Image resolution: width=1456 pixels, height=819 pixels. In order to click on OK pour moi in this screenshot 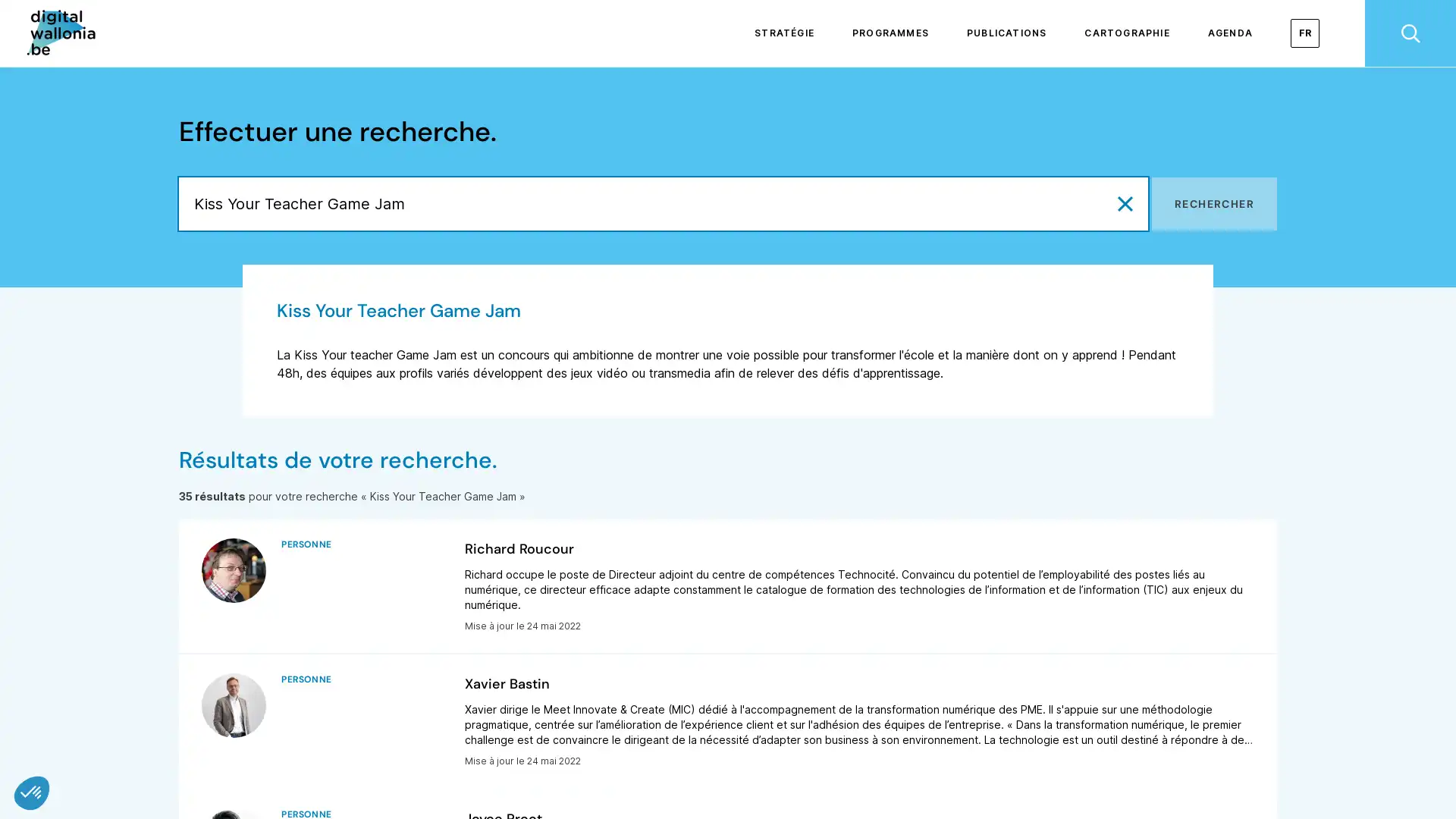, I will do `click(280, 742)`.